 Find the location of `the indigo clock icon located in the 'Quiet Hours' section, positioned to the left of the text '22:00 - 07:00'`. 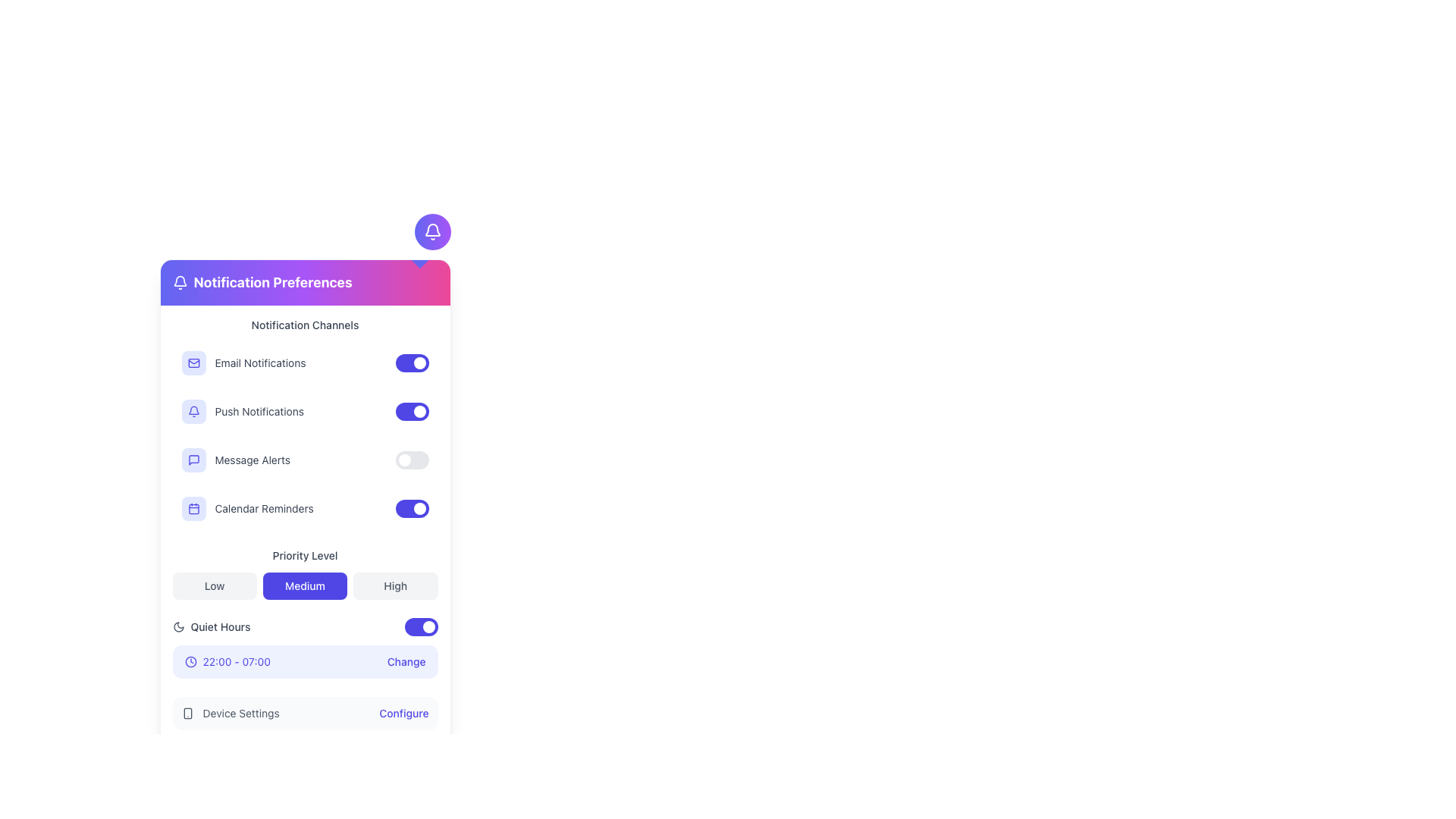

the indigo clock icon located in the 'Quiet Hours' section, positioned to the left of the text '22:00 - 07:00' is located at coordinates (190, 661).